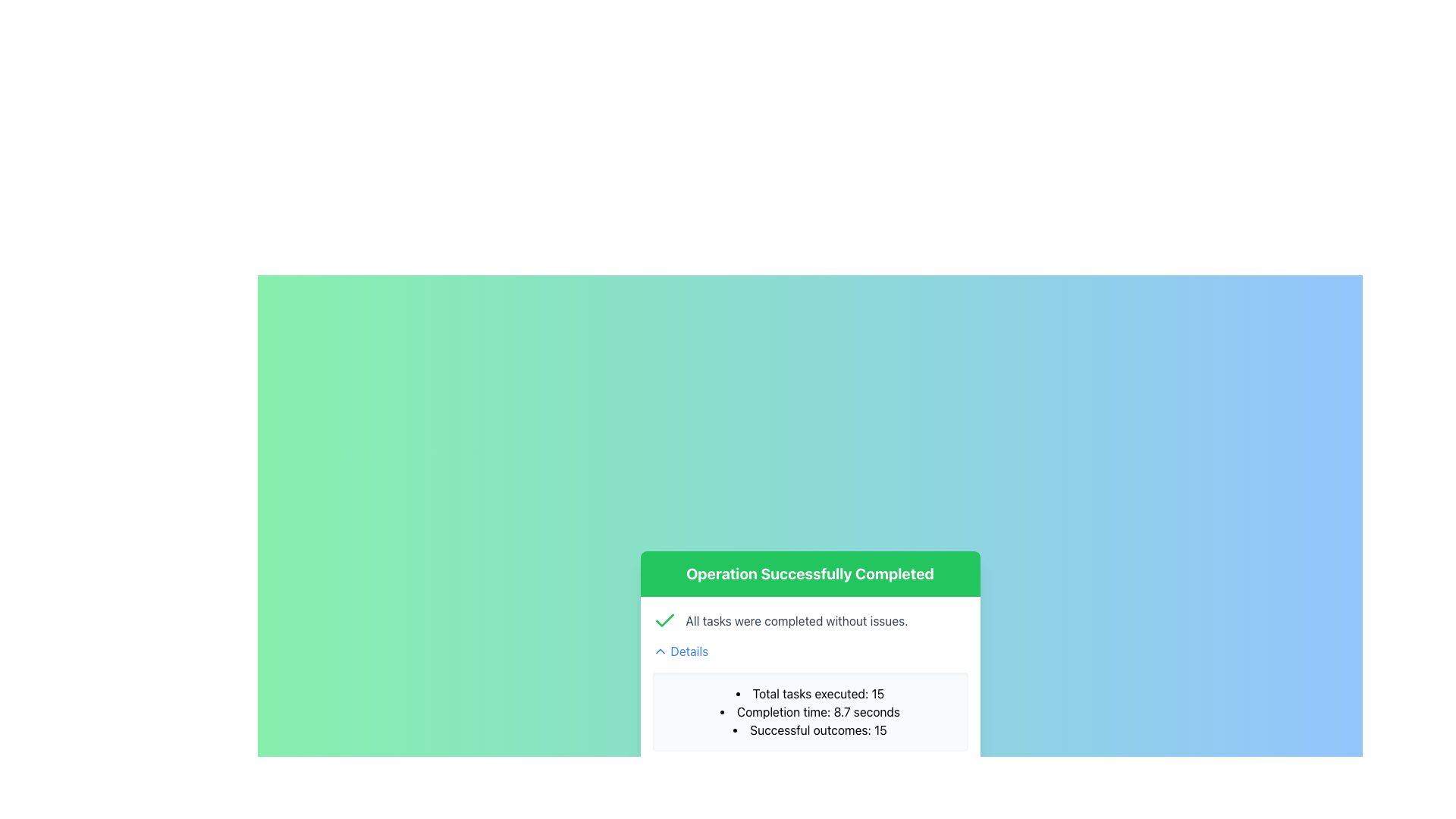 This screenshot has height=819, width=1456. I want to click on the success acknowledgment icon located within the notification box, positioned to the left of the success message text 'All tasks were completed without issues.', so click(664, 620).